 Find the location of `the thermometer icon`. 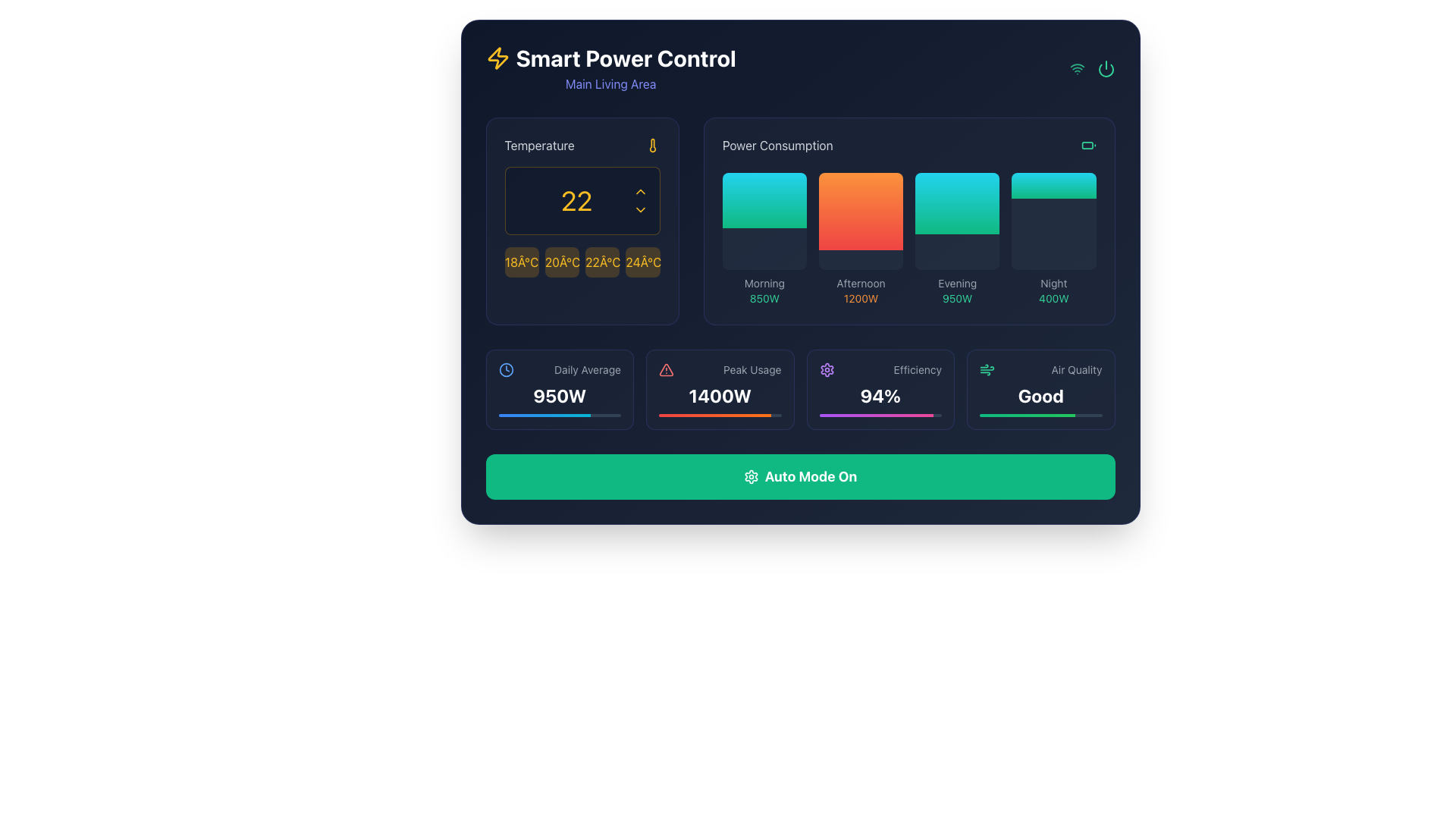

the thermometer icon is located at coordinates (652, 146).